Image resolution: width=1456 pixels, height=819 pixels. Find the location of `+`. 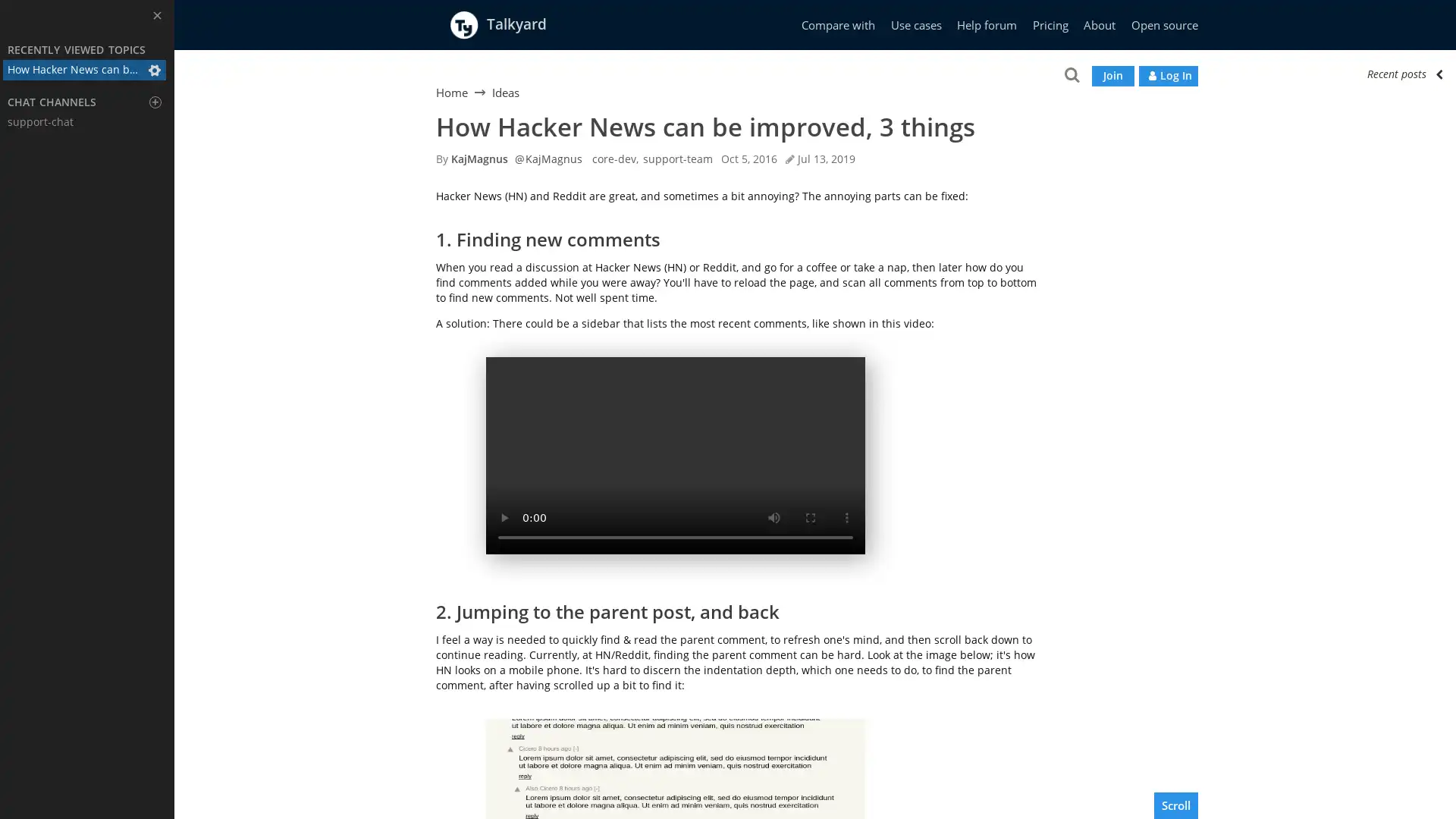

+ is located at coordinates (155, 102).